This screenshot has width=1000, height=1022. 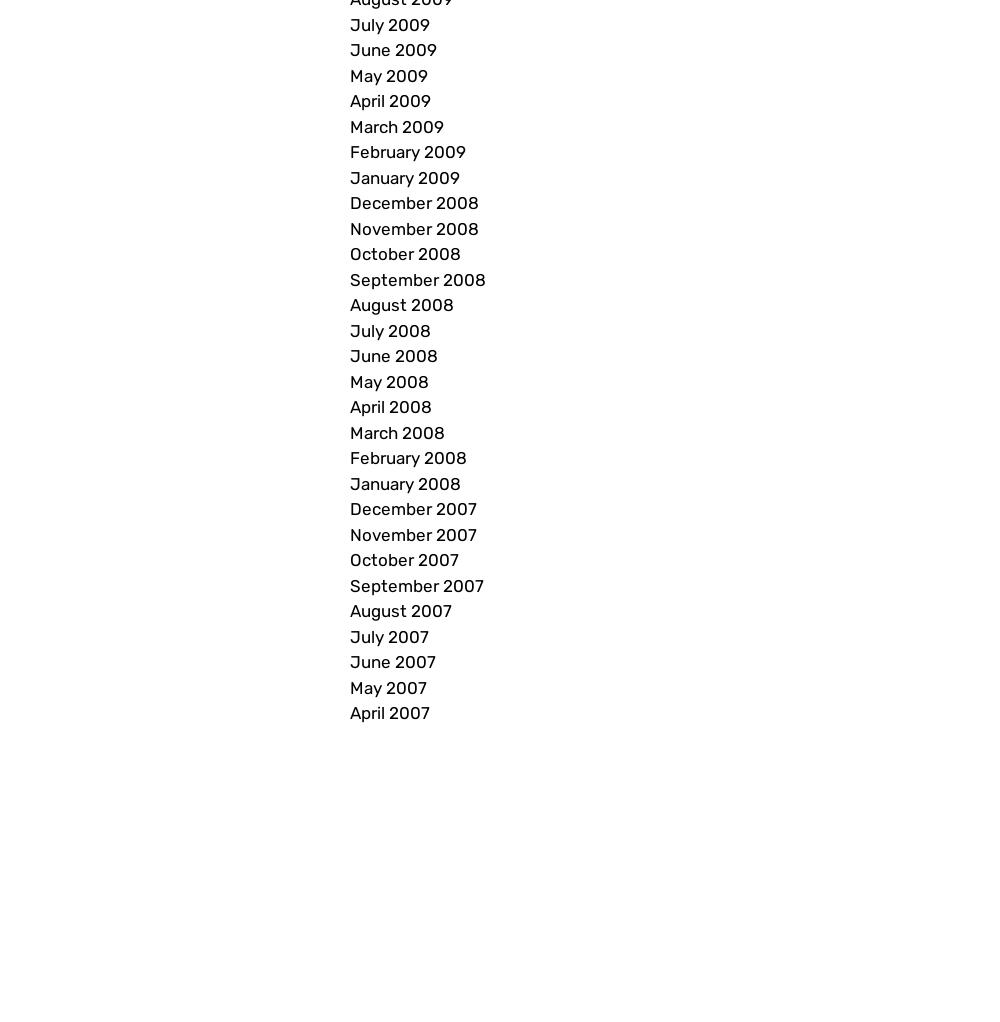 I want to click on 'January 2009', so click(x=405, y=176).